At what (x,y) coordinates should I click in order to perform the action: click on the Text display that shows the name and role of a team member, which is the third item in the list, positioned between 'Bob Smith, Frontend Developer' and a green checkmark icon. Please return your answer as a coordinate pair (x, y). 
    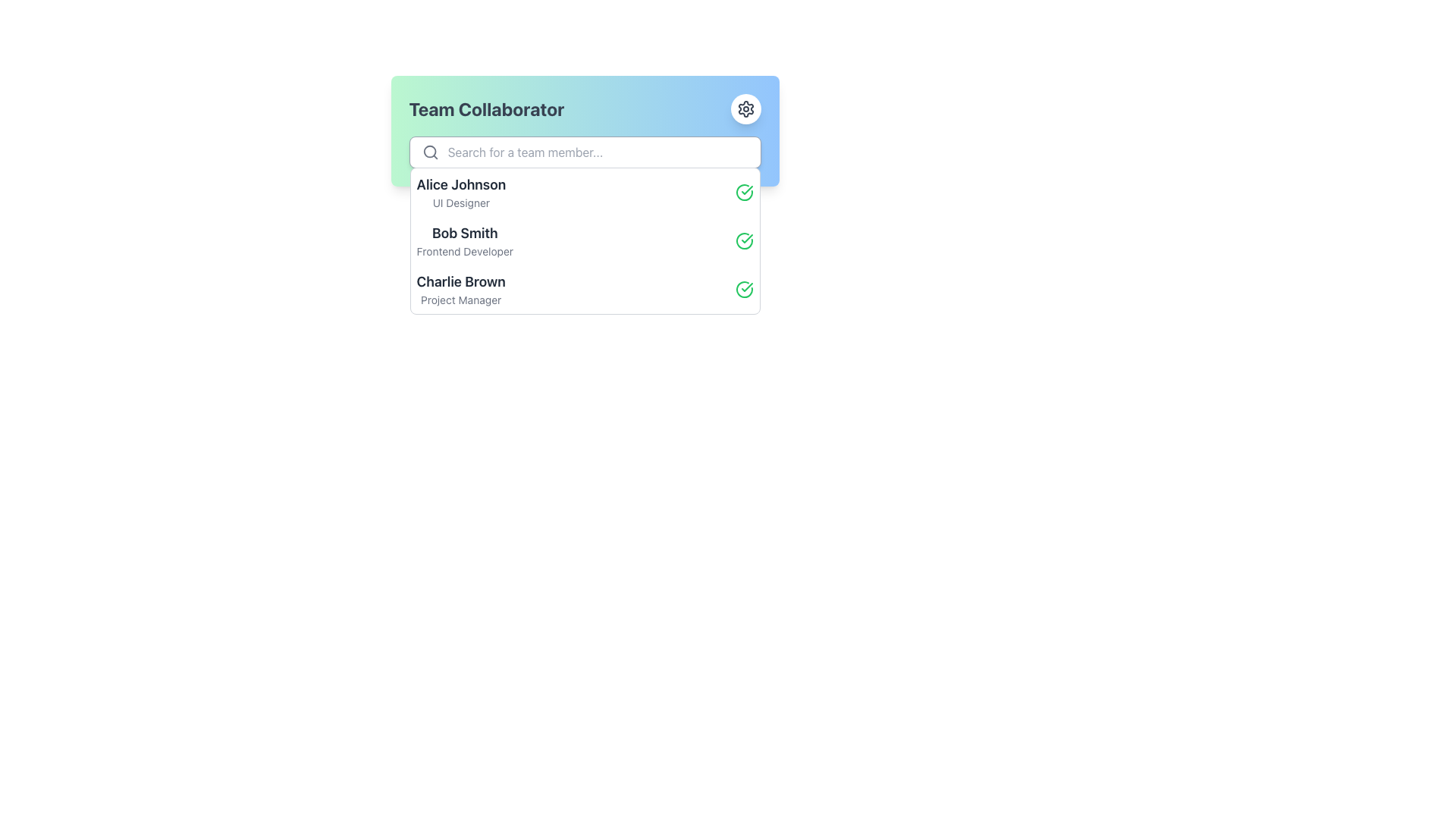
    Looking at the image, I should click on (460, 289).